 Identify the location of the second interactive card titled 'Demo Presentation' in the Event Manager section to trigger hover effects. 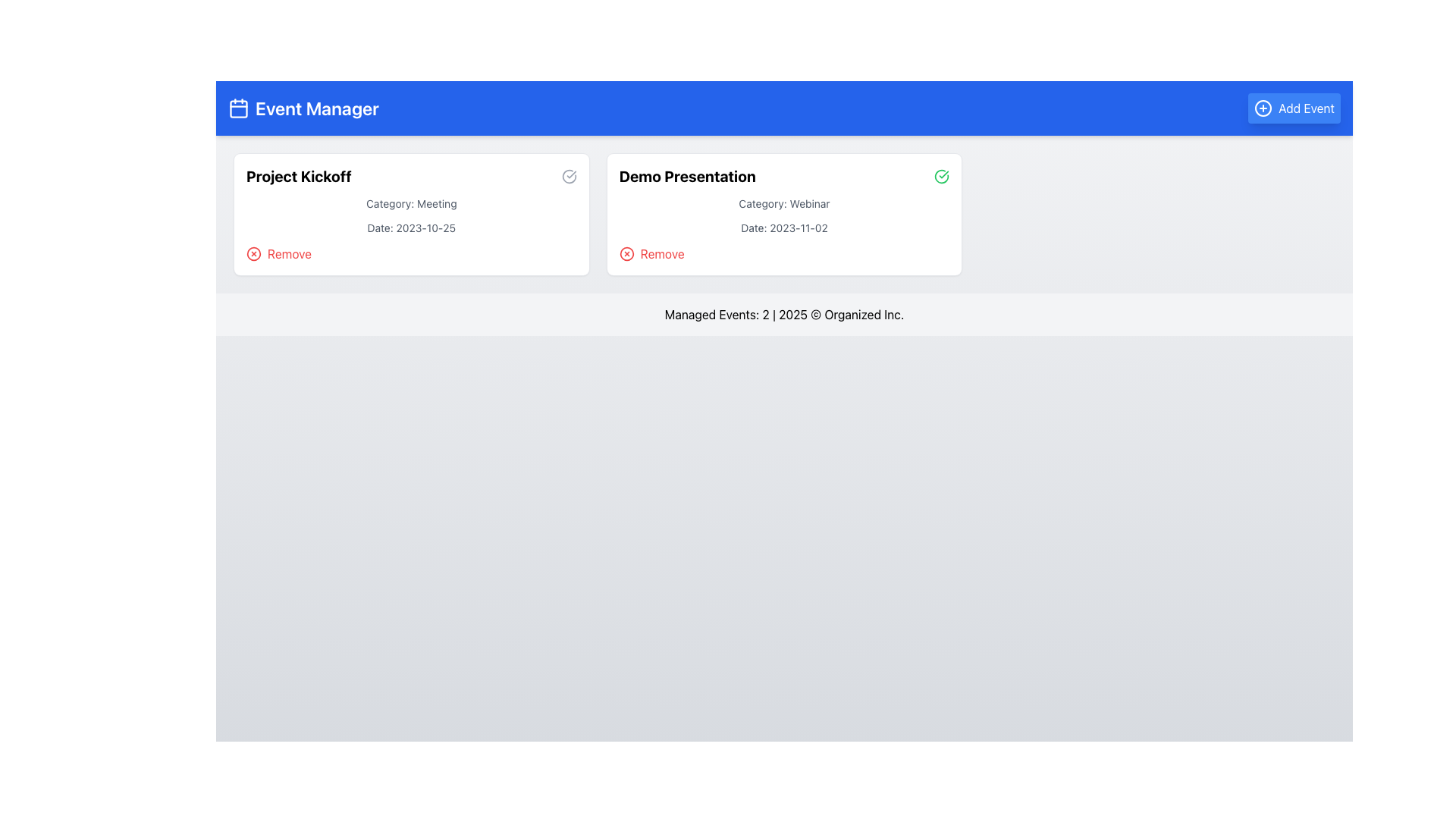
(784, 214).